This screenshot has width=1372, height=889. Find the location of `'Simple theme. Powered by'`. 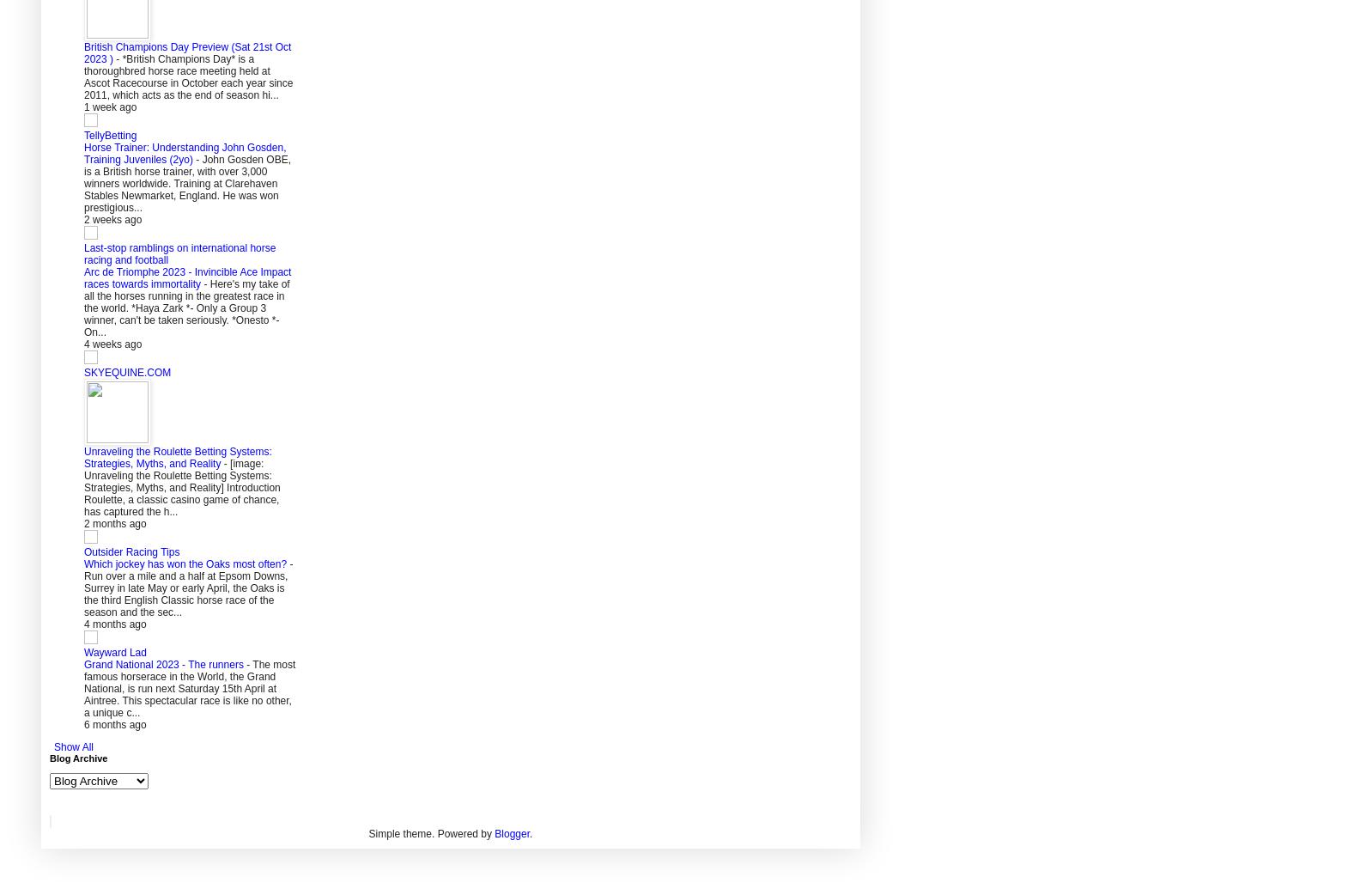

'Simple theme. Powered by' is located at coordinates (431, 833).